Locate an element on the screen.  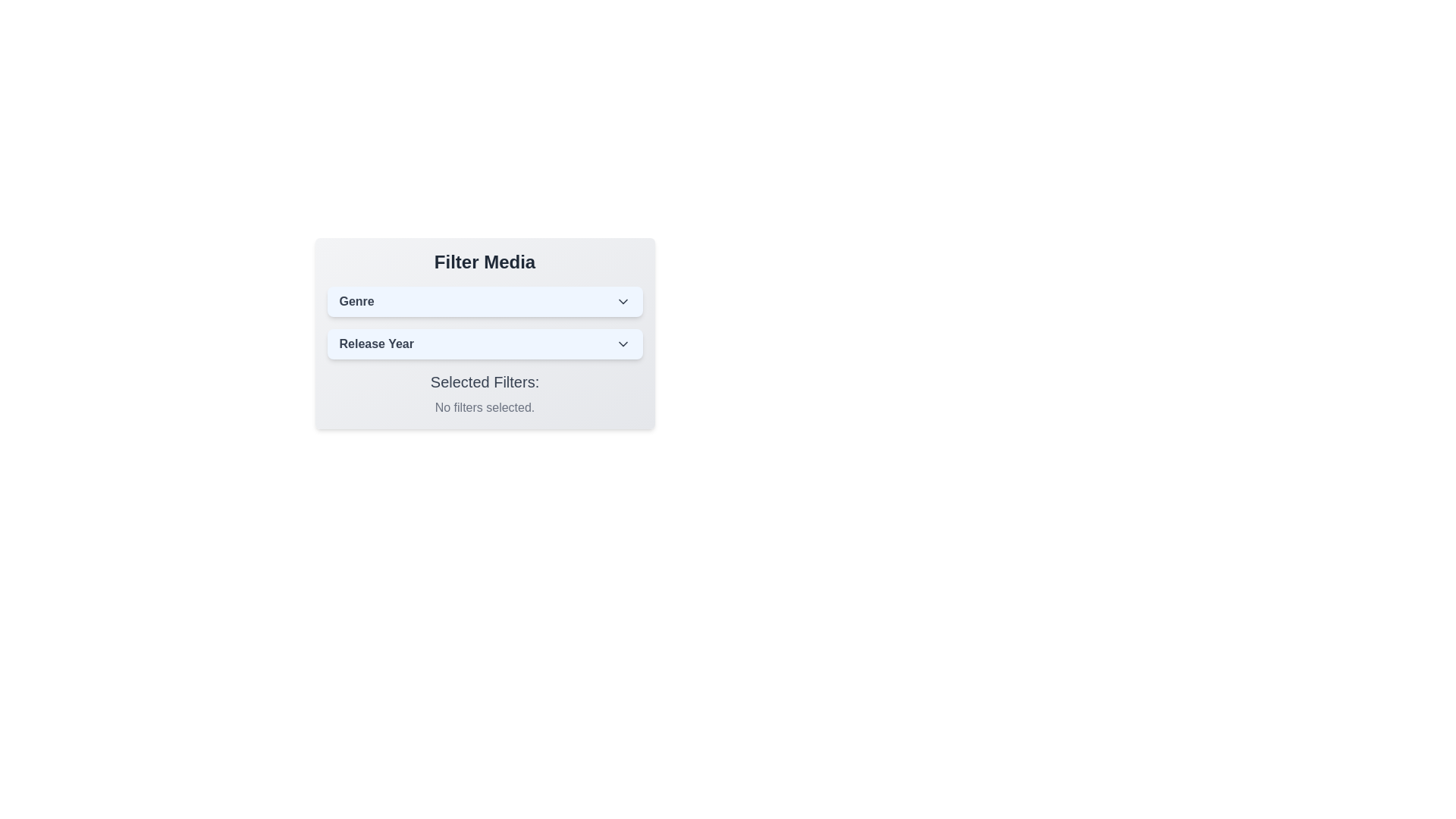
the text label displaying 'No filters selected.' located below the 'Selected Filters:' label in the 'Filter Media' modal interface is located at coordinates (484, 406).